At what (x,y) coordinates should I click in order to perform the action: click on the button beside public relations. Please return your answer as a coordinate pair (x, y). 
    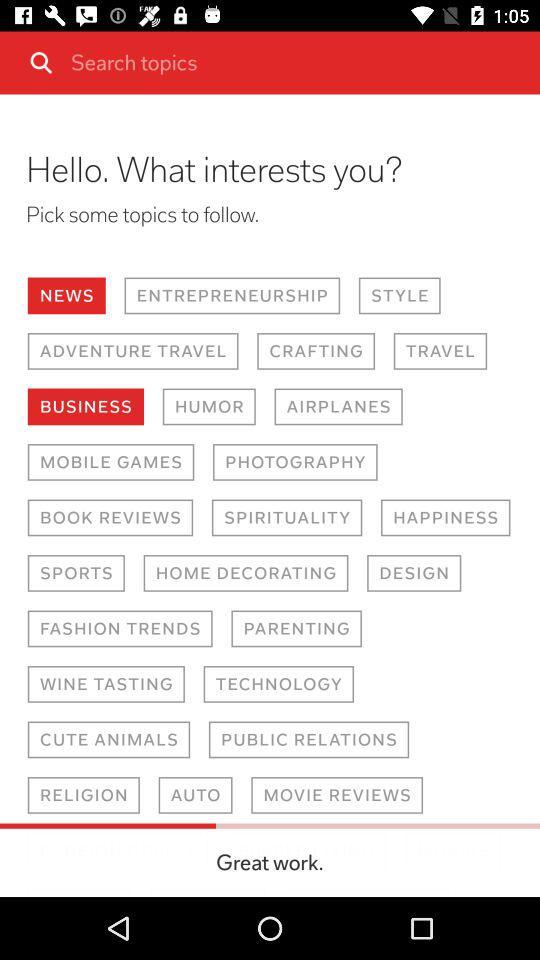
    Looking at the image, I should click on (109, 738).